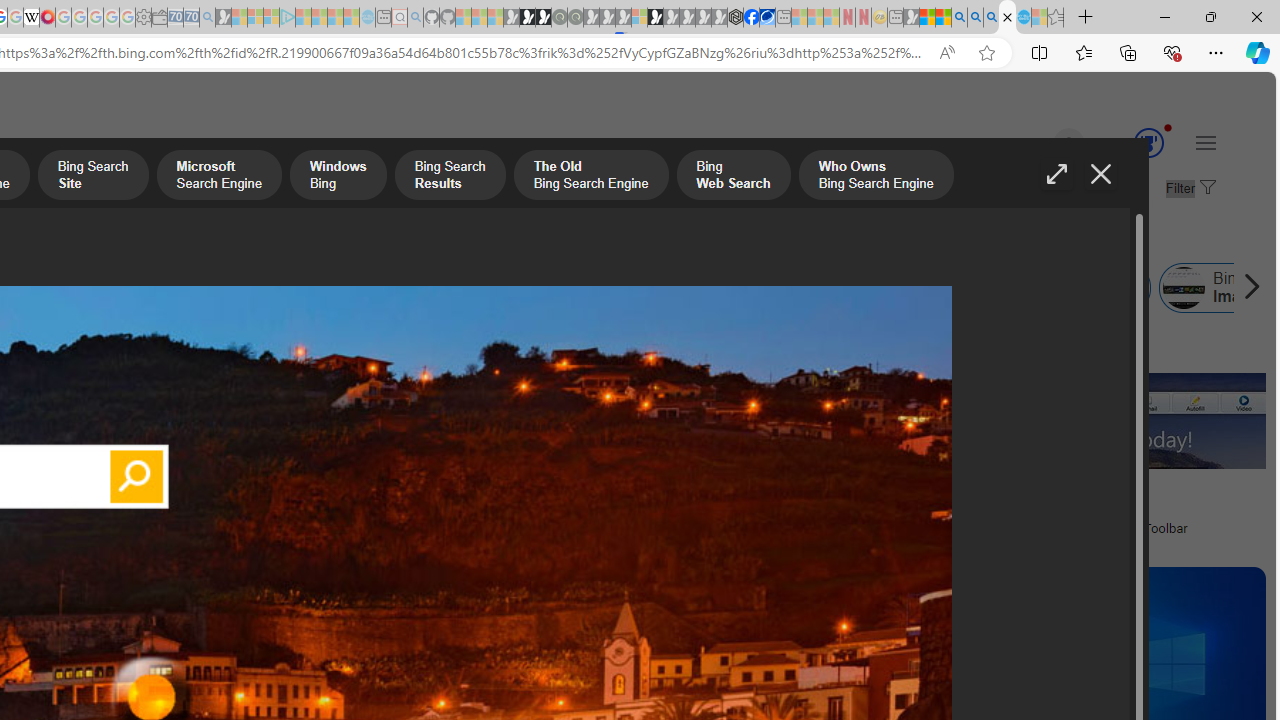  Describe the element at coordinates (1069, 527) in the screenshot. I see `'Download Bing Bar, the new Bing Toolbar'` at that location.